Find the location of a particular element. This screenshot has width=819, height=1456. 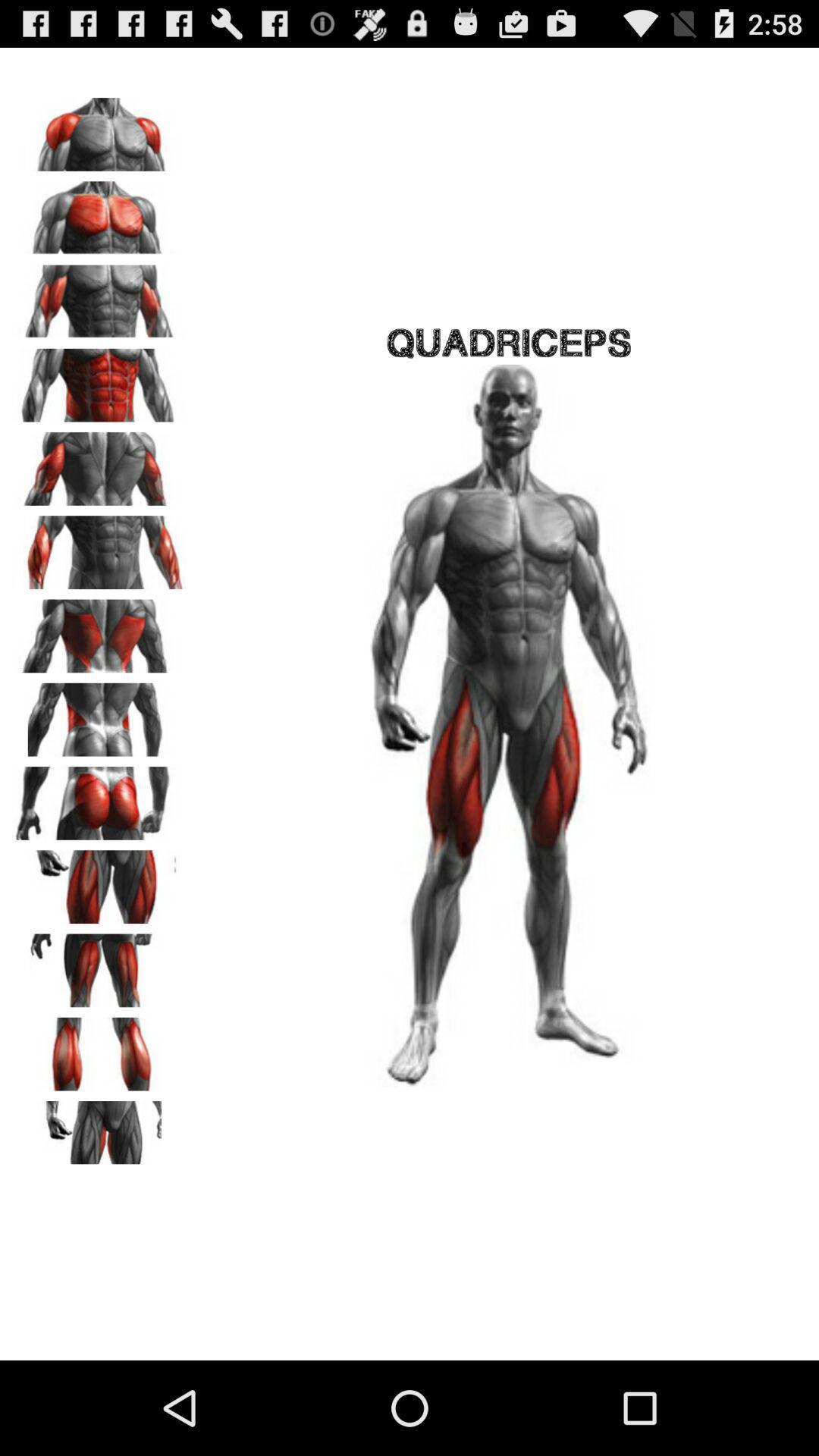

biceps workout is located at coordinates (99, 297).